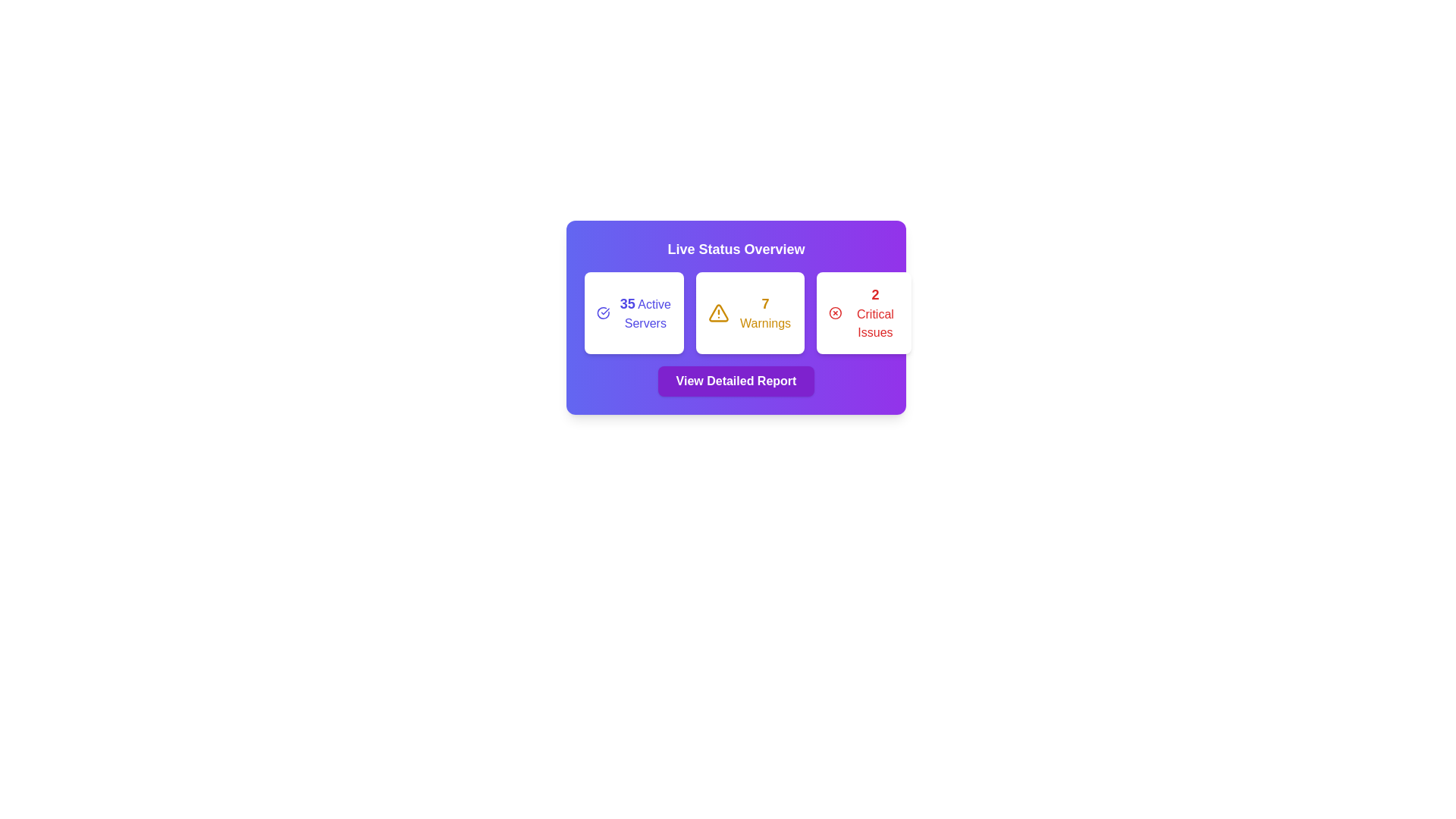  What do you see at coordinates (645, 312) in the screenshot?
I see `the 'Active Servers' status display text located on the white rectangular card in the 'Live Status Overview' panel, positioned at the top-left of the group of status indicators` at bounding box center [645, 312].